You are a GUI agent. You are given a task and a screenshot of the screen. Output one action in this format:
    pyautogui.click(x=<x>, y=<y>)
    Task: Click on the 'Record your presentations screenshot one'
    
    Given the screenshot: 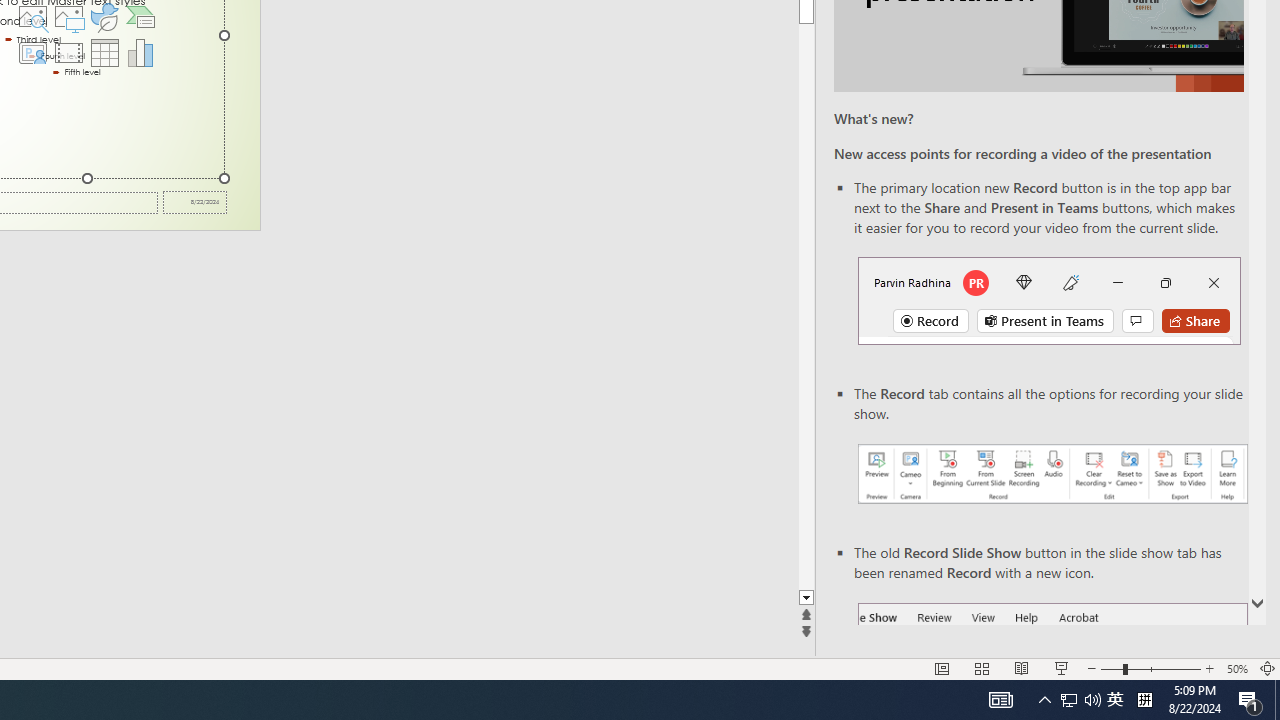 What is the action you would take?
    pyautogui.click(x=1051, y=474)
    